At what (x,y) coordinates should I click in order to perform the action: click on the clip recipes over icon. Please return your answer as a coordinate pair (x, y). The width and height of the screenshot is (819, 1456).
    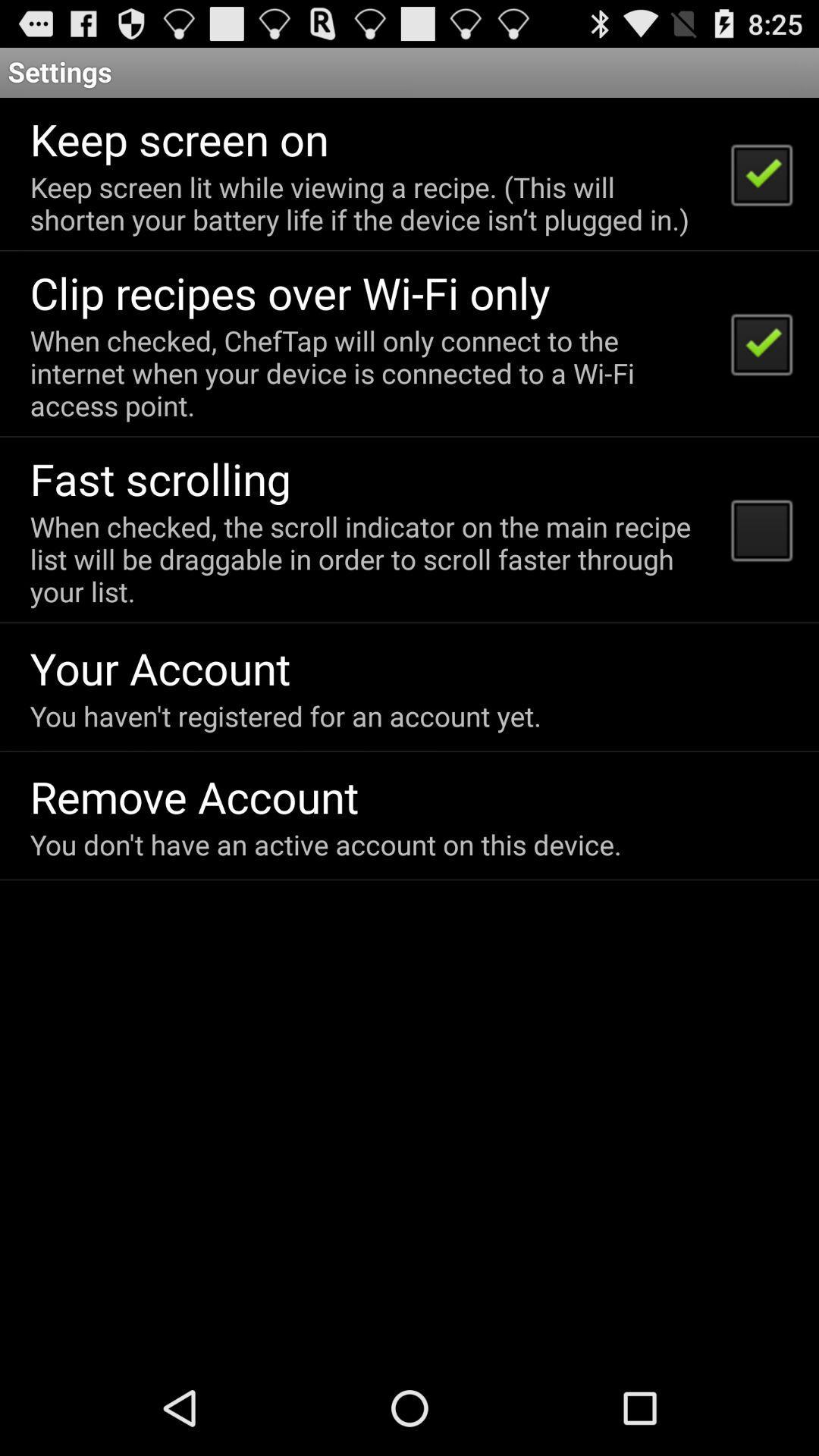
    Looking at the image, I should click on (290, 292).